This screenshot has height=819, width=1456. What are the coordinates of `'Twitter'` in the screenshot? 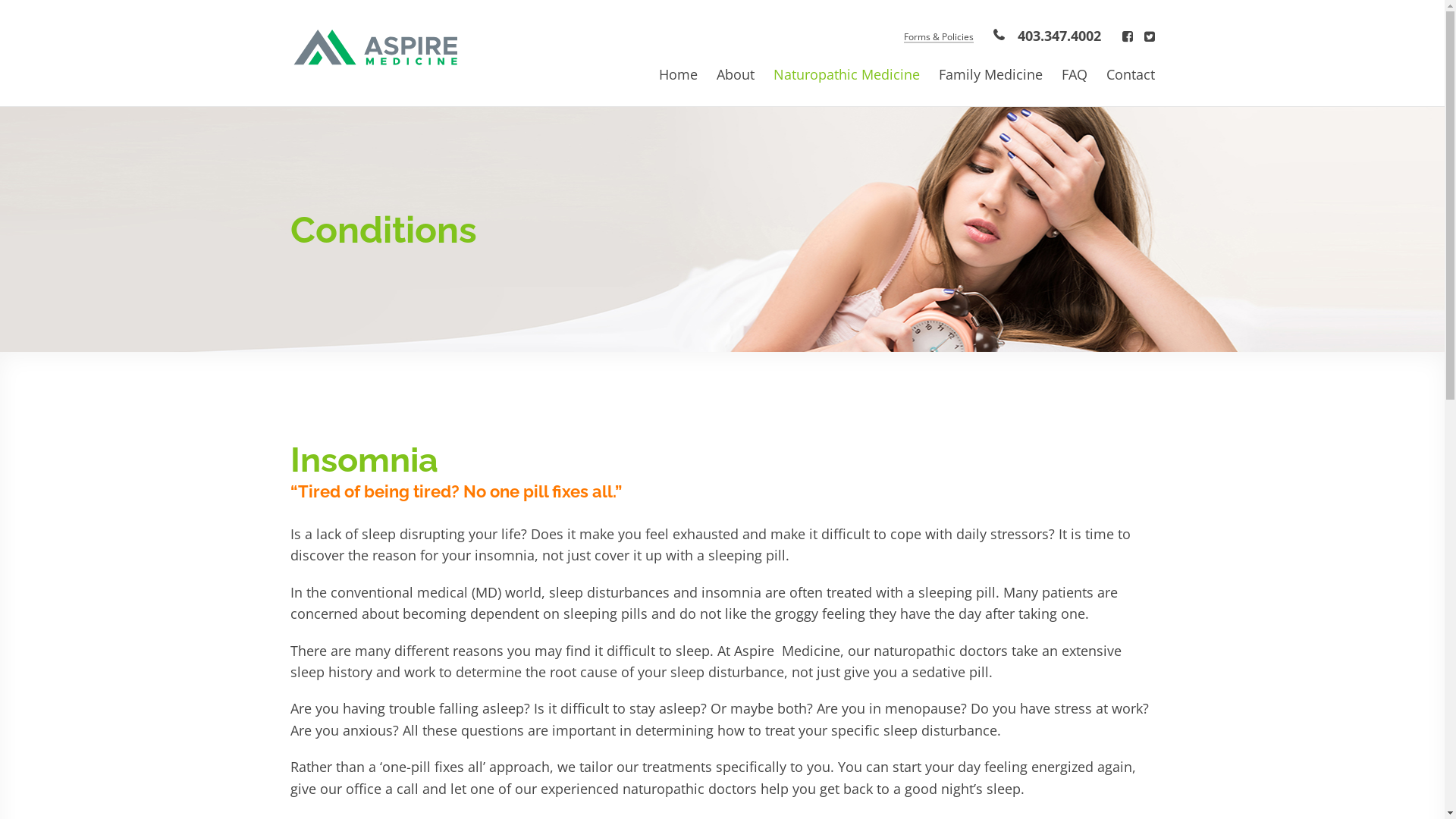 It's located at (1149, 35).